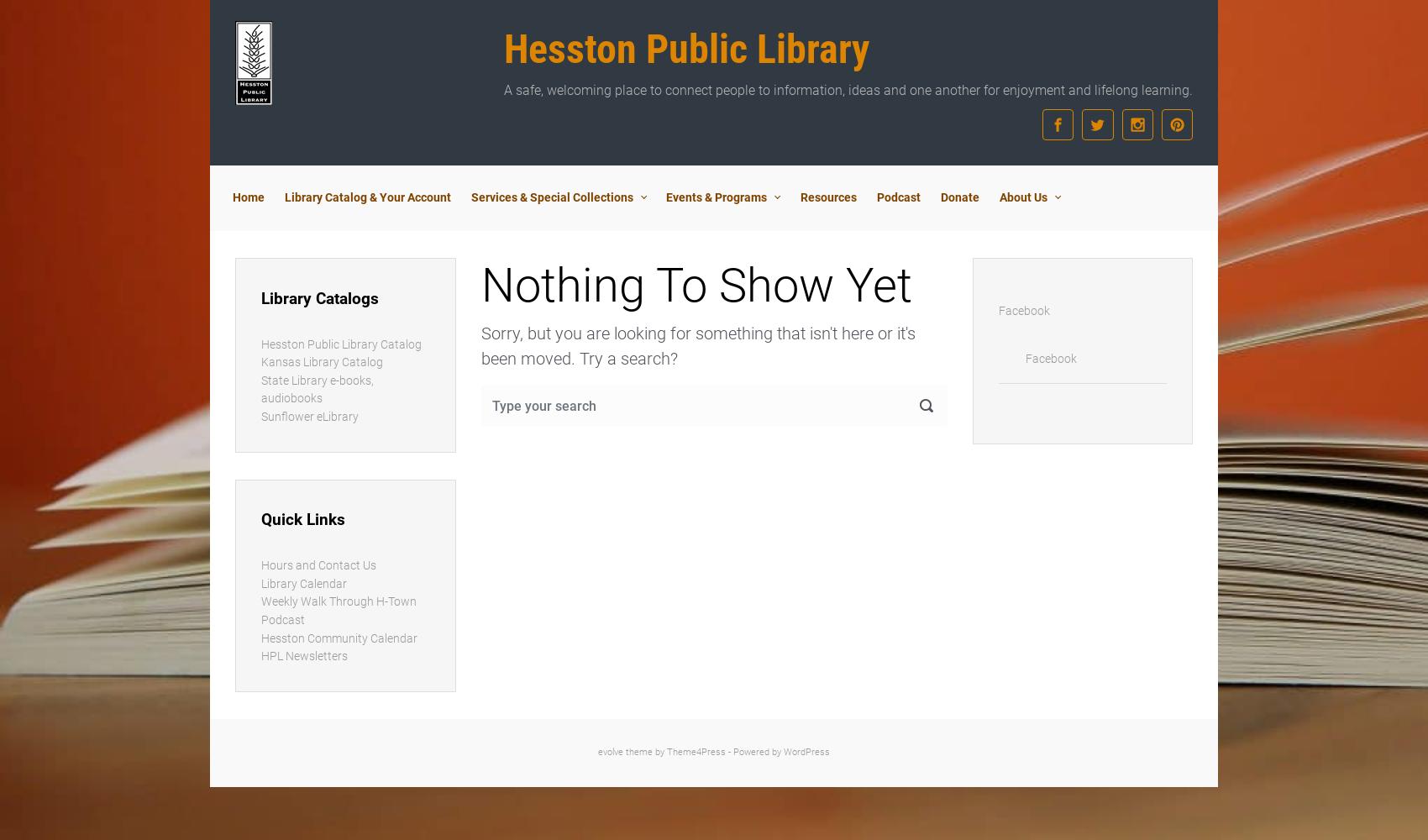 The height and width of the screenshot is (840, 1428). Describe the element at coordinates (260, 416) in the screenshot. I see `'Sunflower eLibrary'` at that location.